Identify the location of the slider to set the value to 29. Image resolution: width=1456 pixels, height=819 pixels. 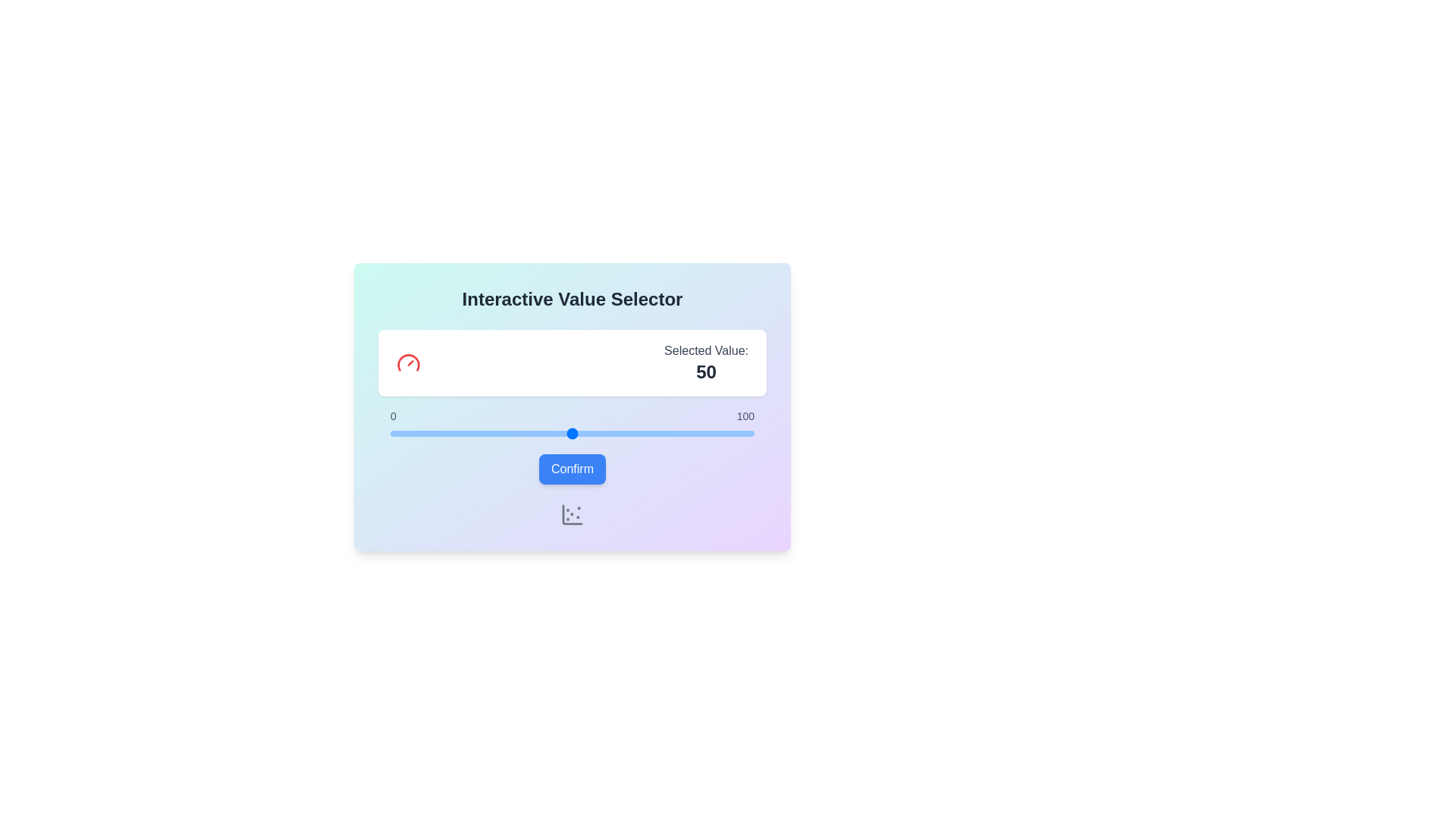
(496, 433).